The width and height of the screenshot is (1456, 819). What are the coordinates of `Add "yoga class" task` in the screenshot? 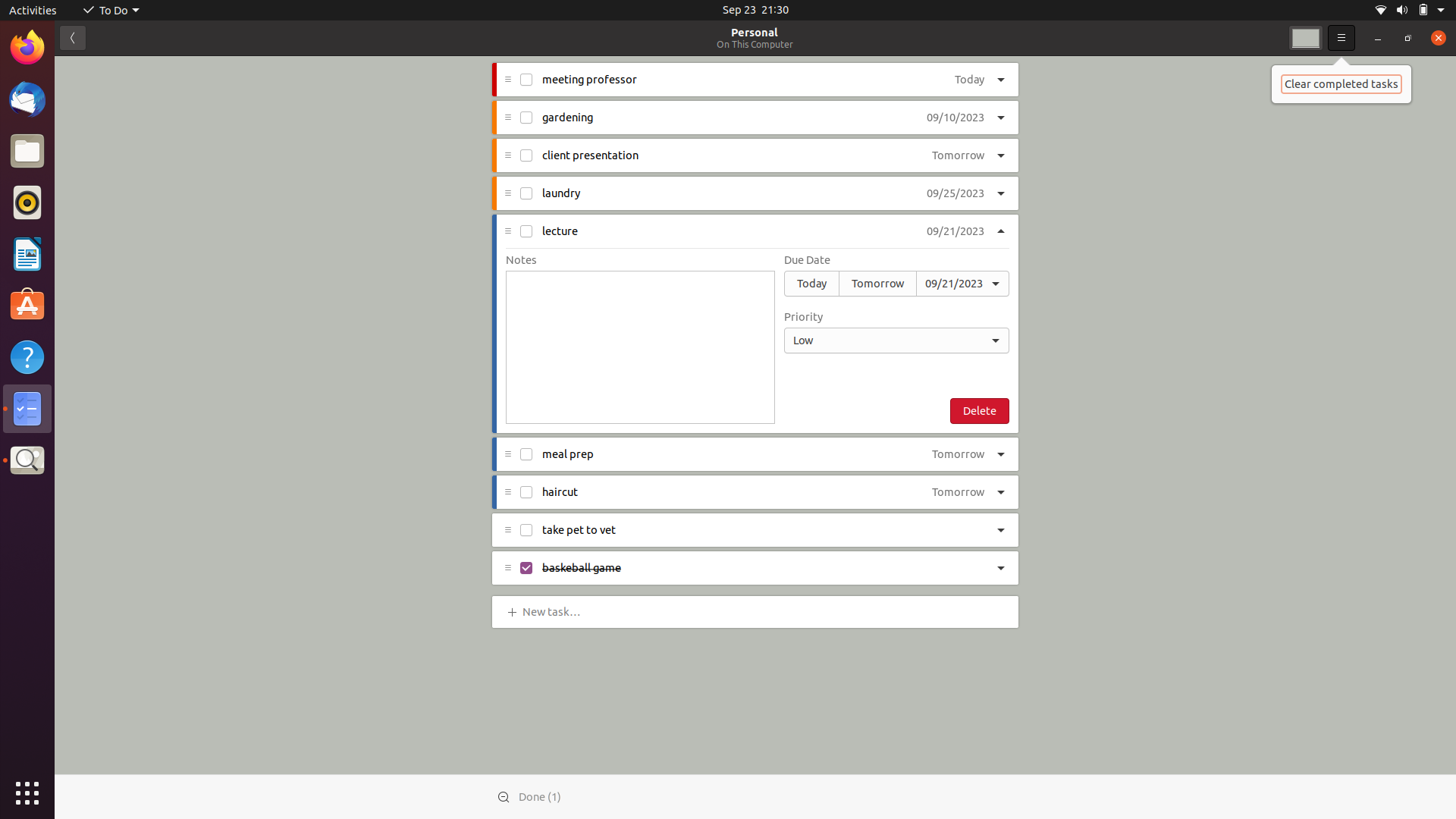 It's located at (554, 610).